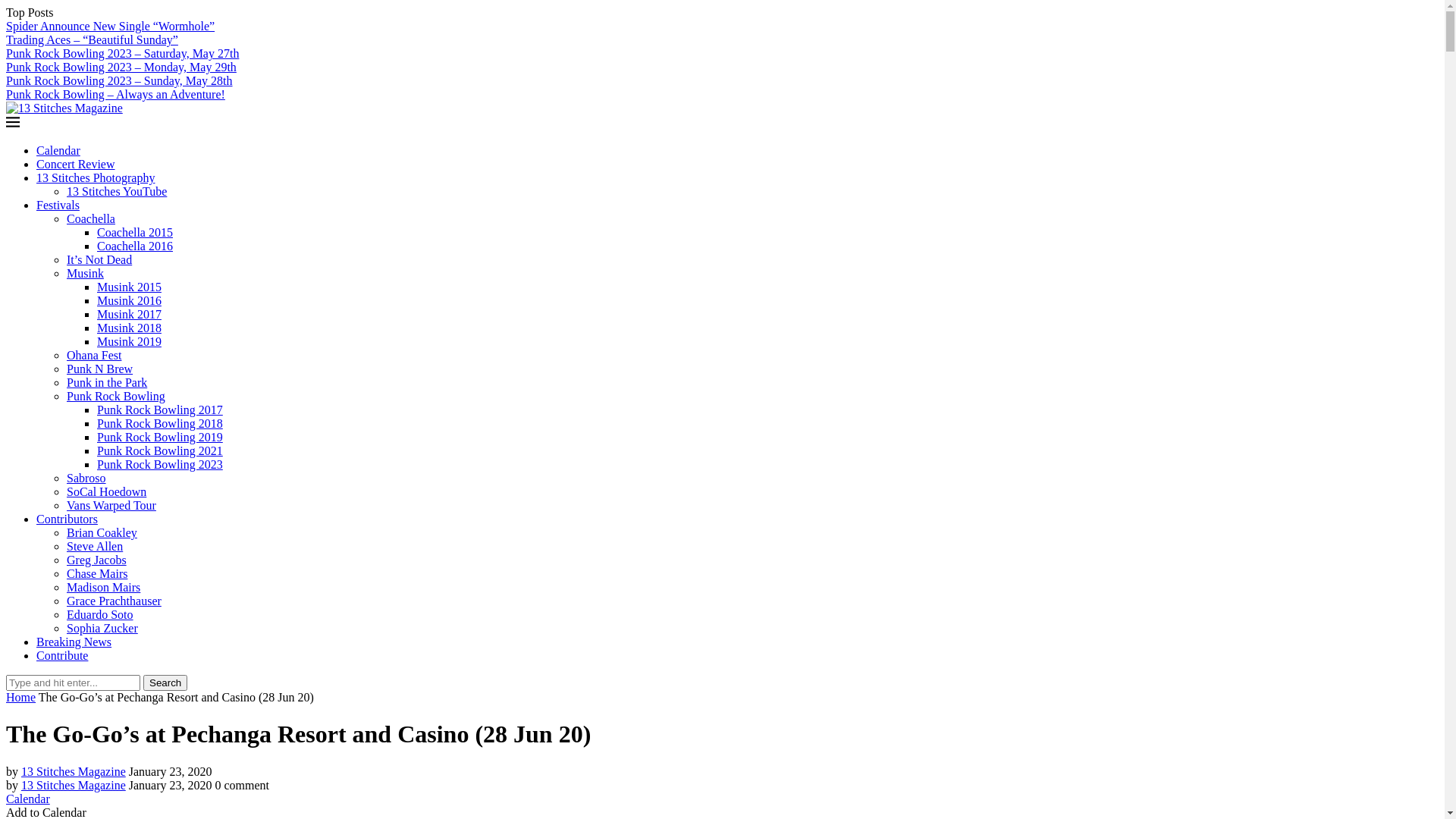  What do you see at coordinates (129, 300) in the screenshot?
I see `'Musink 2016'` at bounding box center [129, 300].